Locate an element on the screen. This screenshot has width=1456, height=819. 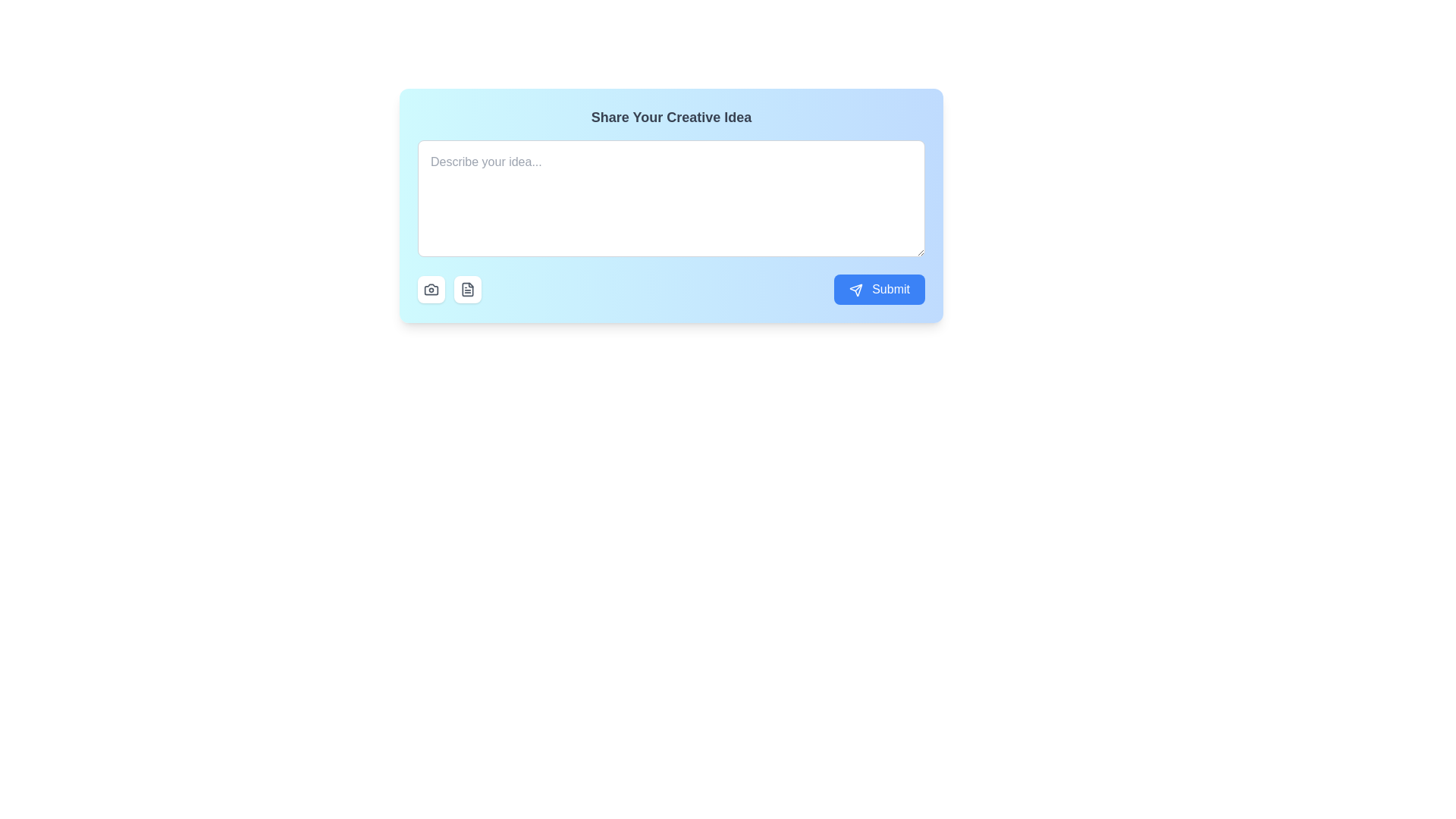
the first button in the horizontal grouping located at the bottom-left corner of a light blue panel to initiate the action related to capturing or uploading an image is located at coordinates (431, 289).